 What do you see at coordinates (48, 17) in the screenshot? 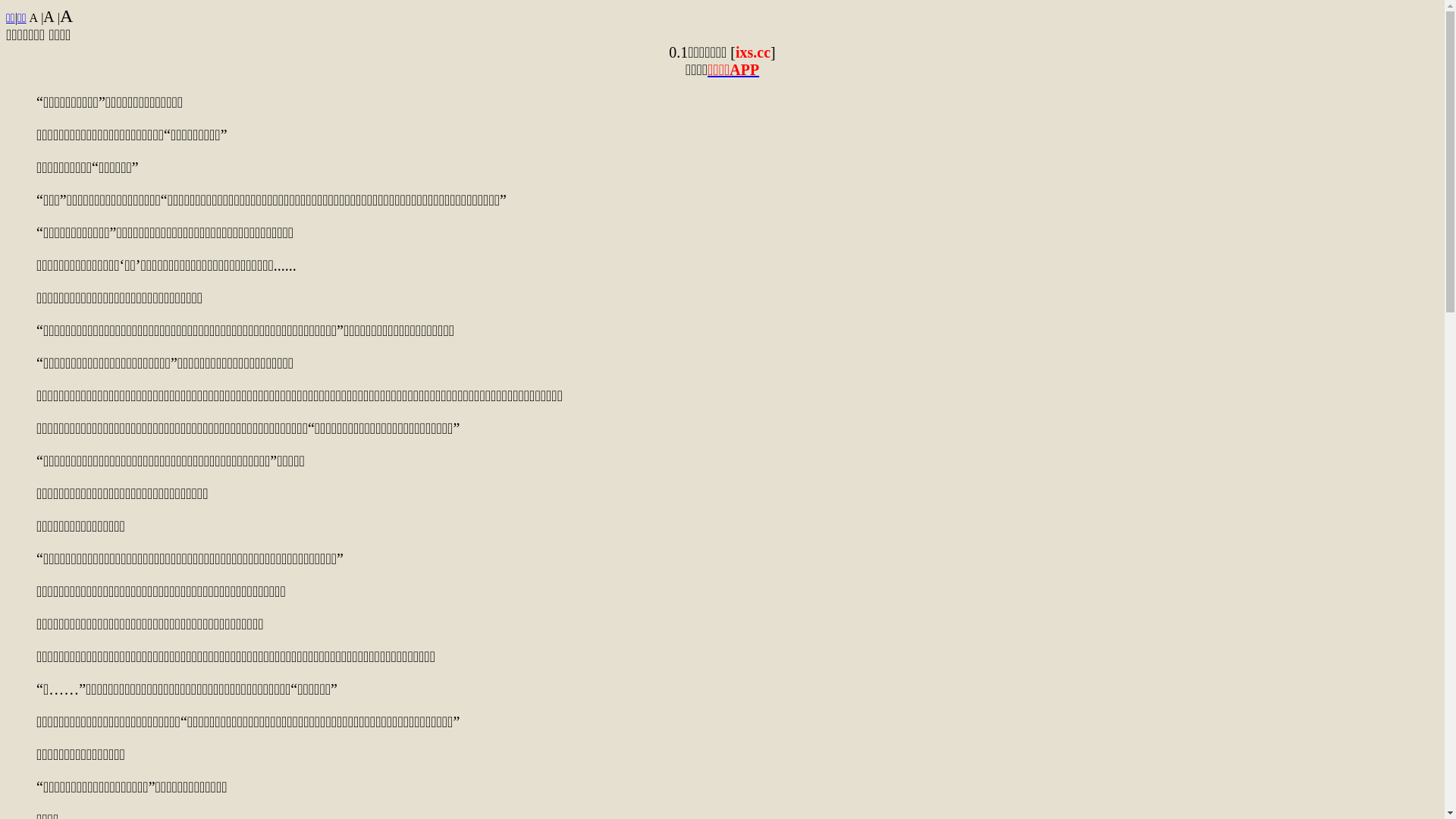
I see `'A'` at bounding box center [48, 17].